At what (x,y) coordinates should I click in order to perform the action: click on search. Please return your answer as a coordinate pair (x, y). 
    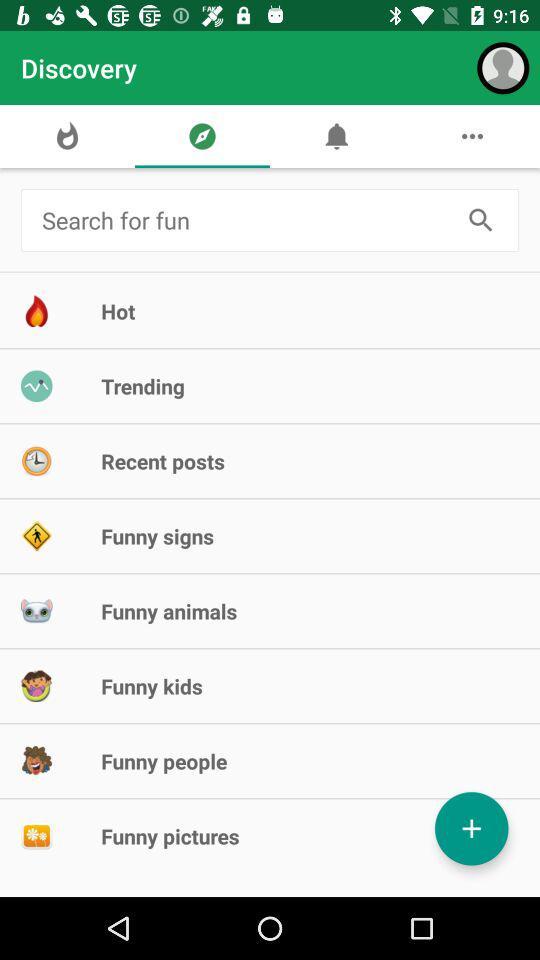
    Looking at the image, I should click on (480, 220).